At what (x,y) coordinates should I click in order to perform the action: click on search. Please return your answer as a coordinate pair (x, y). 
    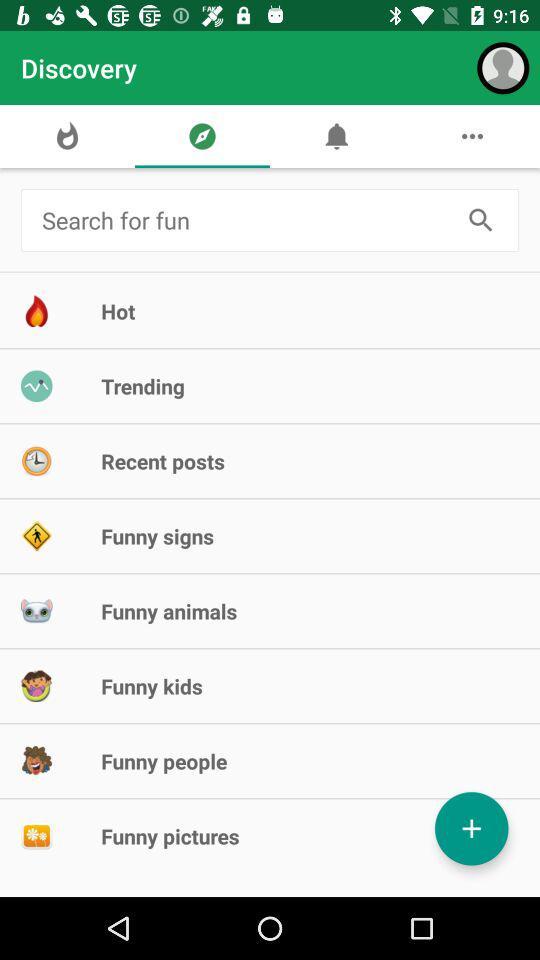
    Looking at the image, I should click on (480, 220).